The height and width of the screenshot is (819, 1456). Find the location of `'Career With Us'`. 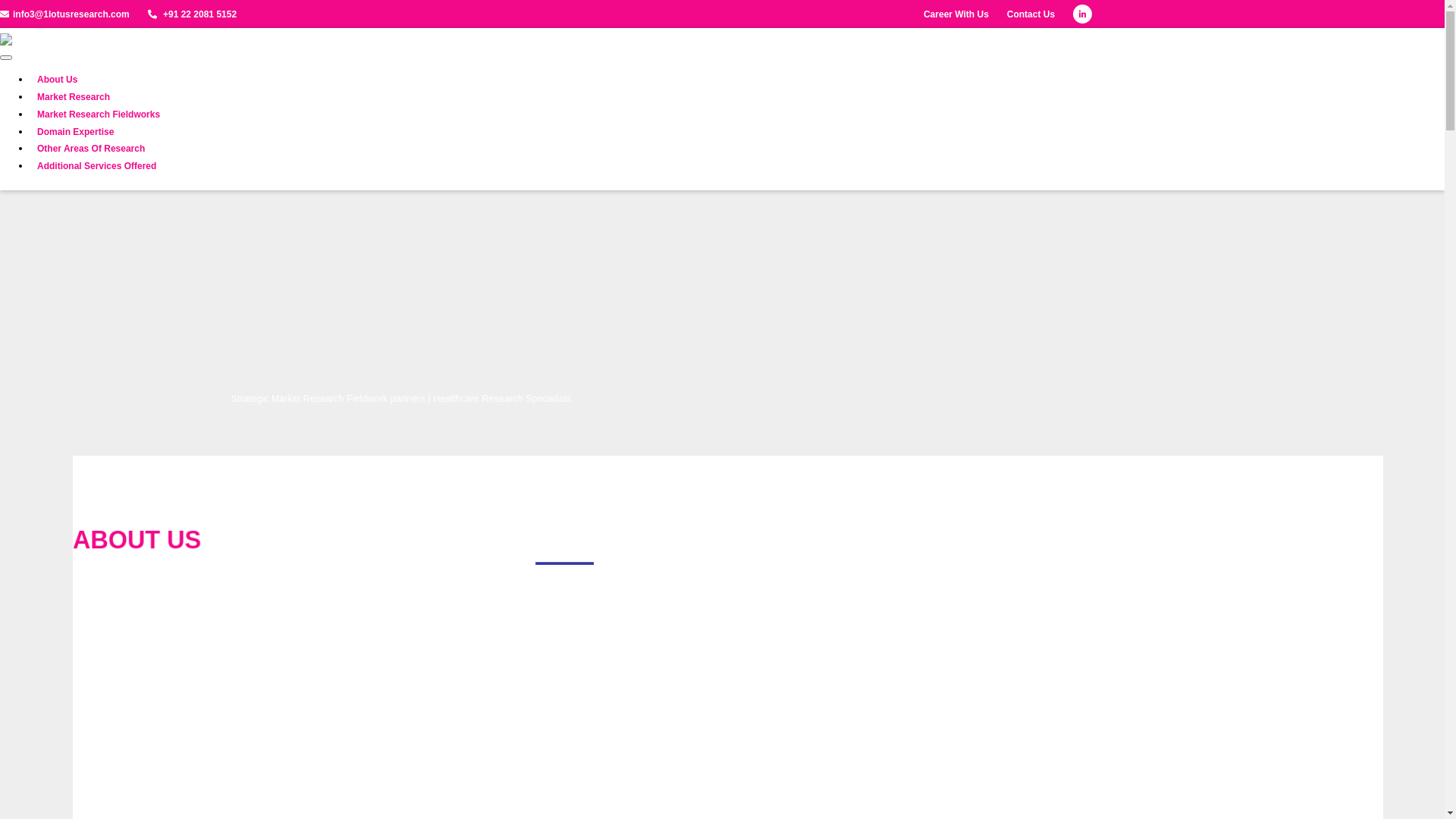

'Career With Us' is located at coordinates (955, 14).